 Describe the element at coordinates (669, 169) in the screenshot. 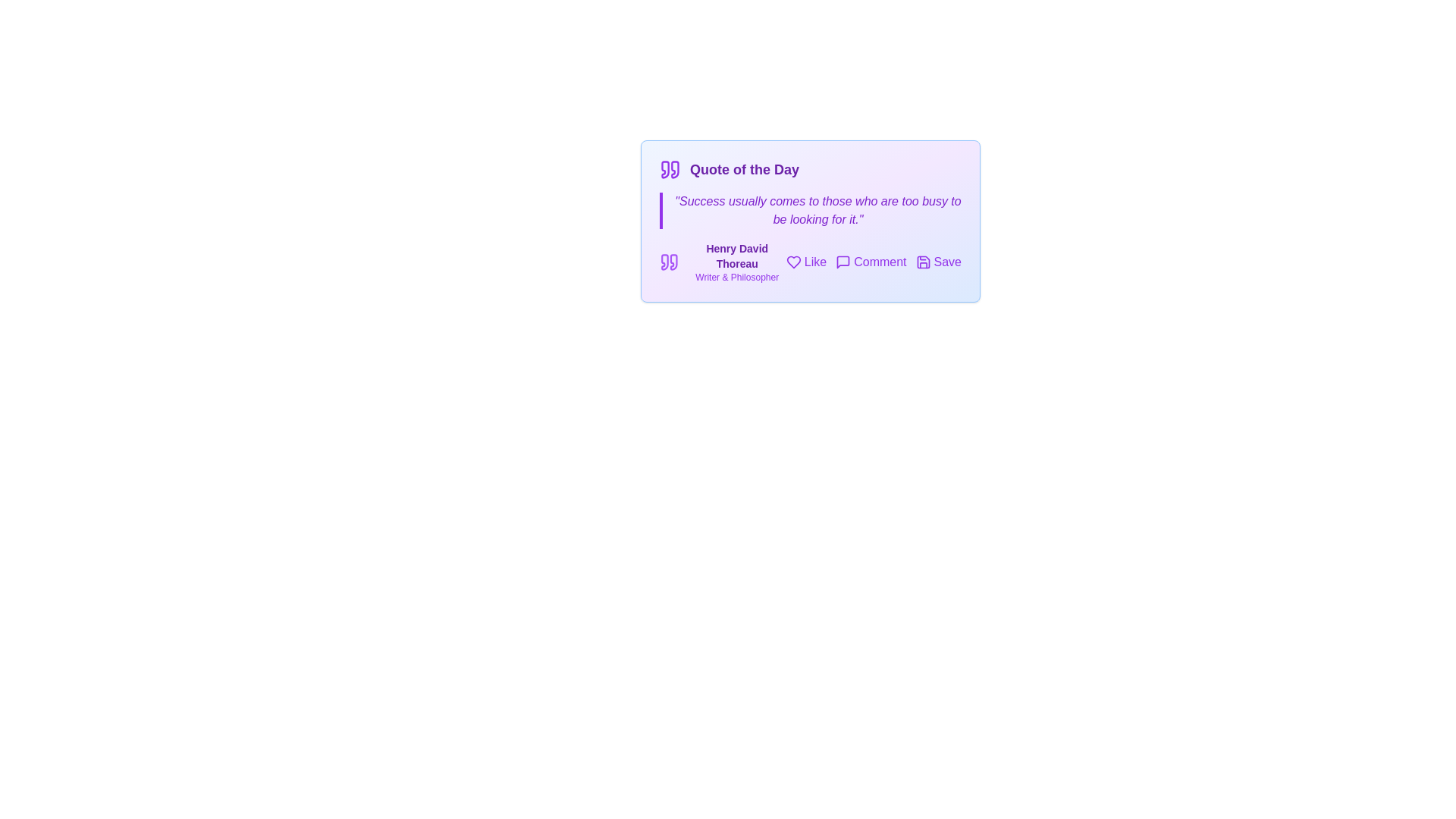

I see `the SVG graphic that is adjacent to the 'Quote of the Day' text, serving as a decorative icon` at that location.